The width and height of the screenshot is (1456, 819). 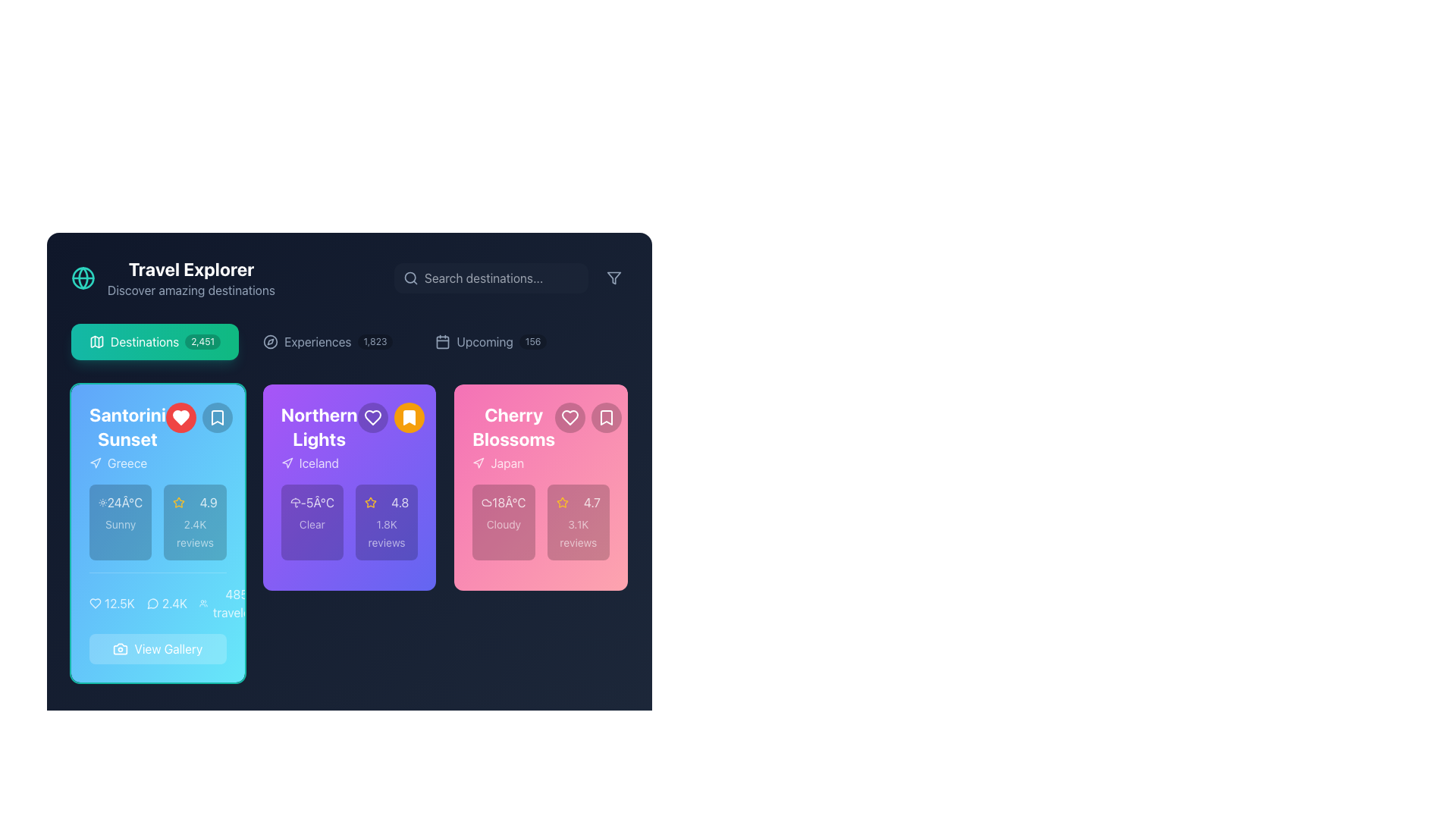 What do you see at coordinates (127, 462) in the screenshot?
I see `the static text label displaying 'Greece' in white on a blue background, located within the 'Santorini Sunset' card` at bounding box center [127, 462].